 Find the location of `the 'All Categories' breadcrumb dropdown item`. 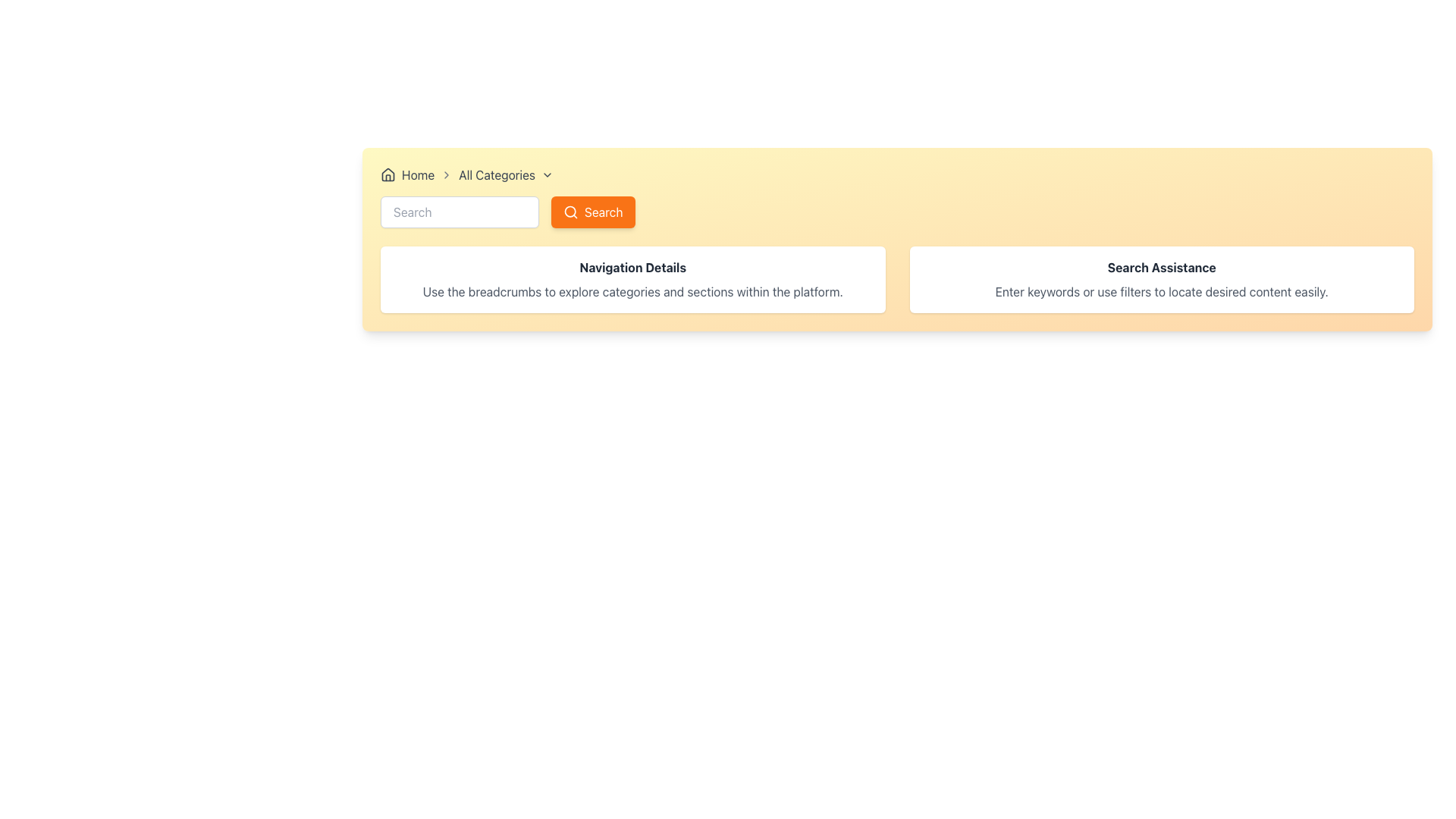

the 'All Categories' breadcrumb dropdown item is located at coordinates (506, 174).